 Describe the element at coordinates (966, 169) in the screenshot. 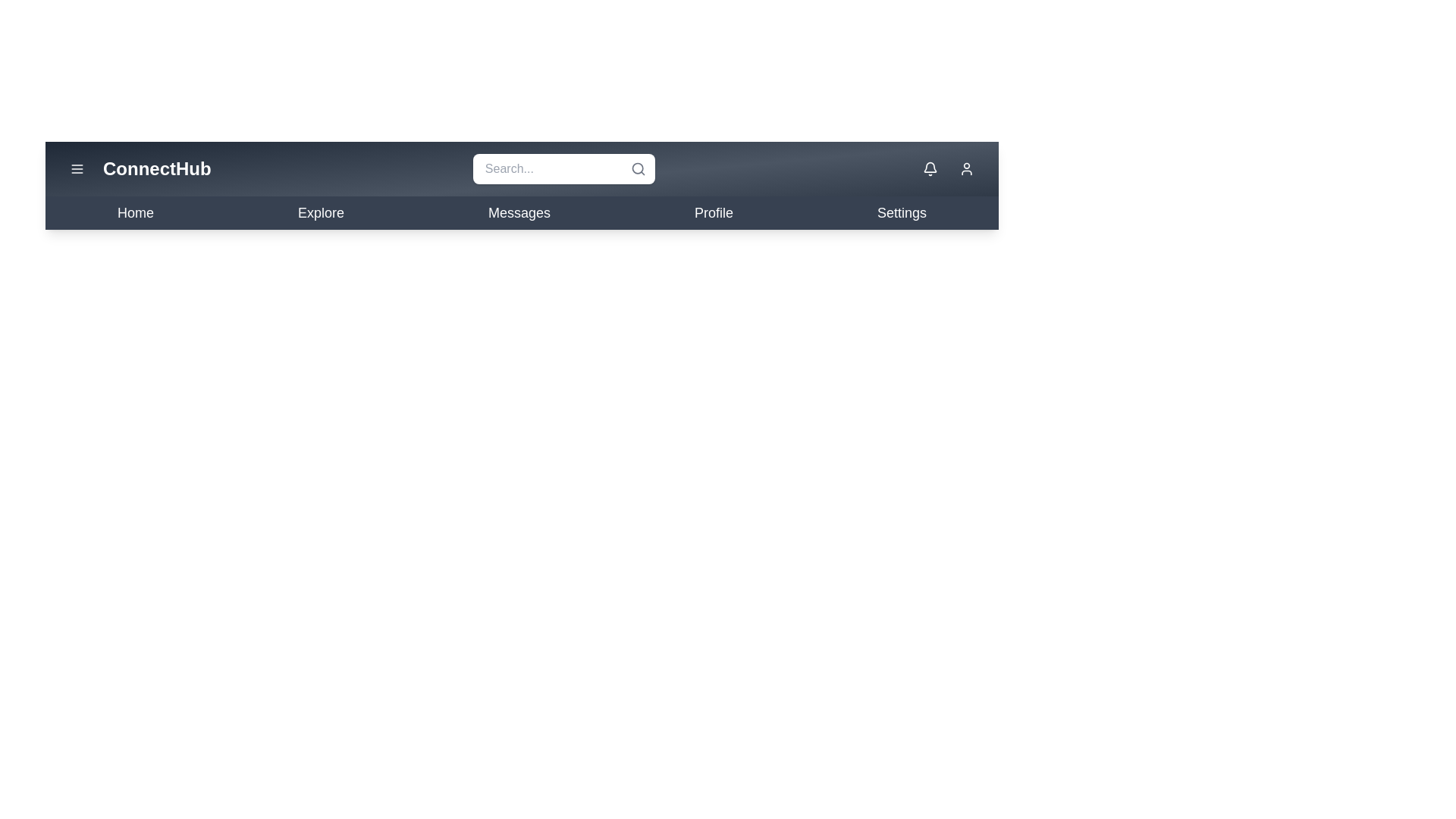

I see `the user icon to access profile options` at that location.